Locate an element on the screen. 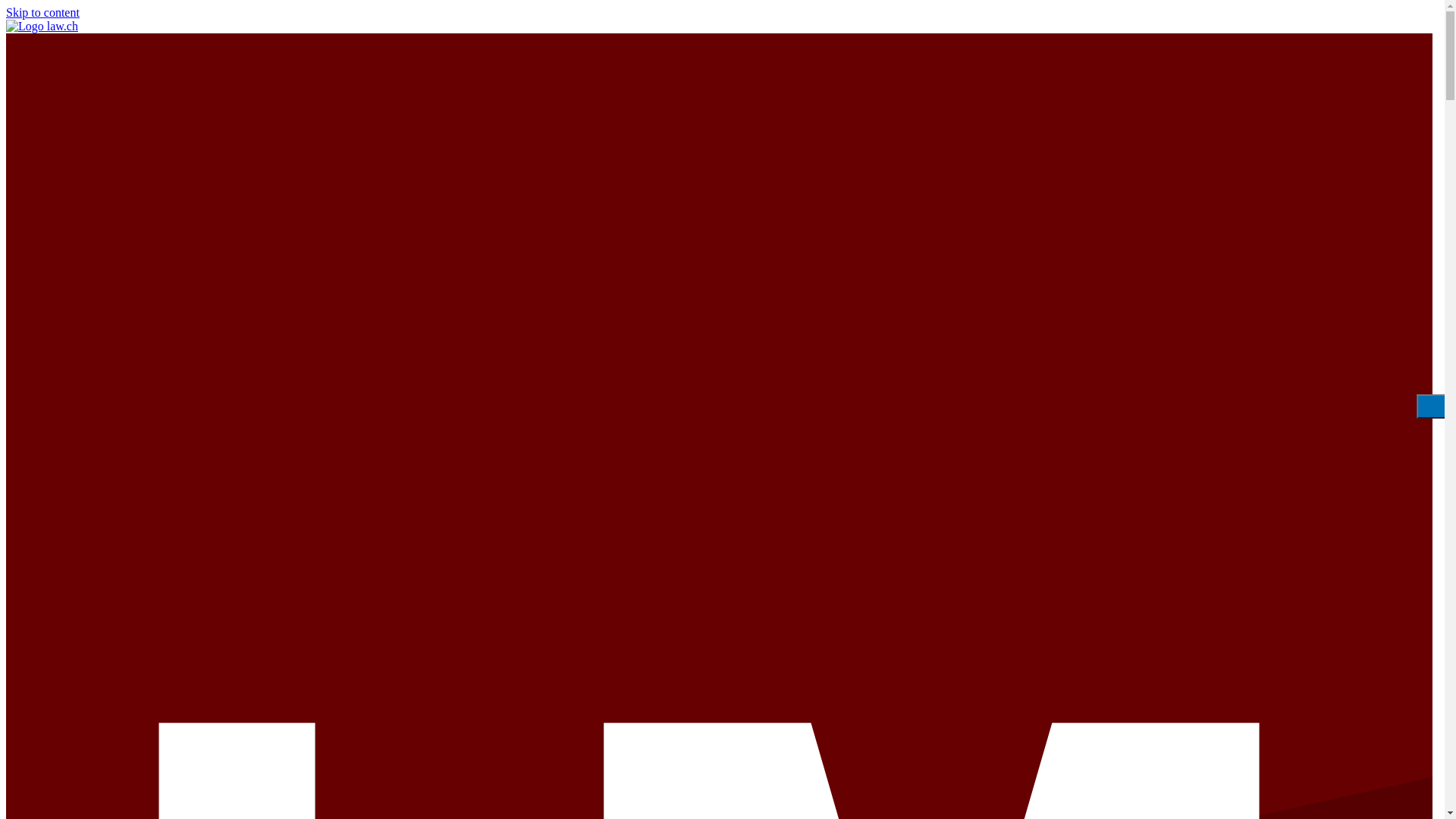 The height and width of the screenshot is (819, 1456). 'Skip to content' is located at coordinates (42, 12).